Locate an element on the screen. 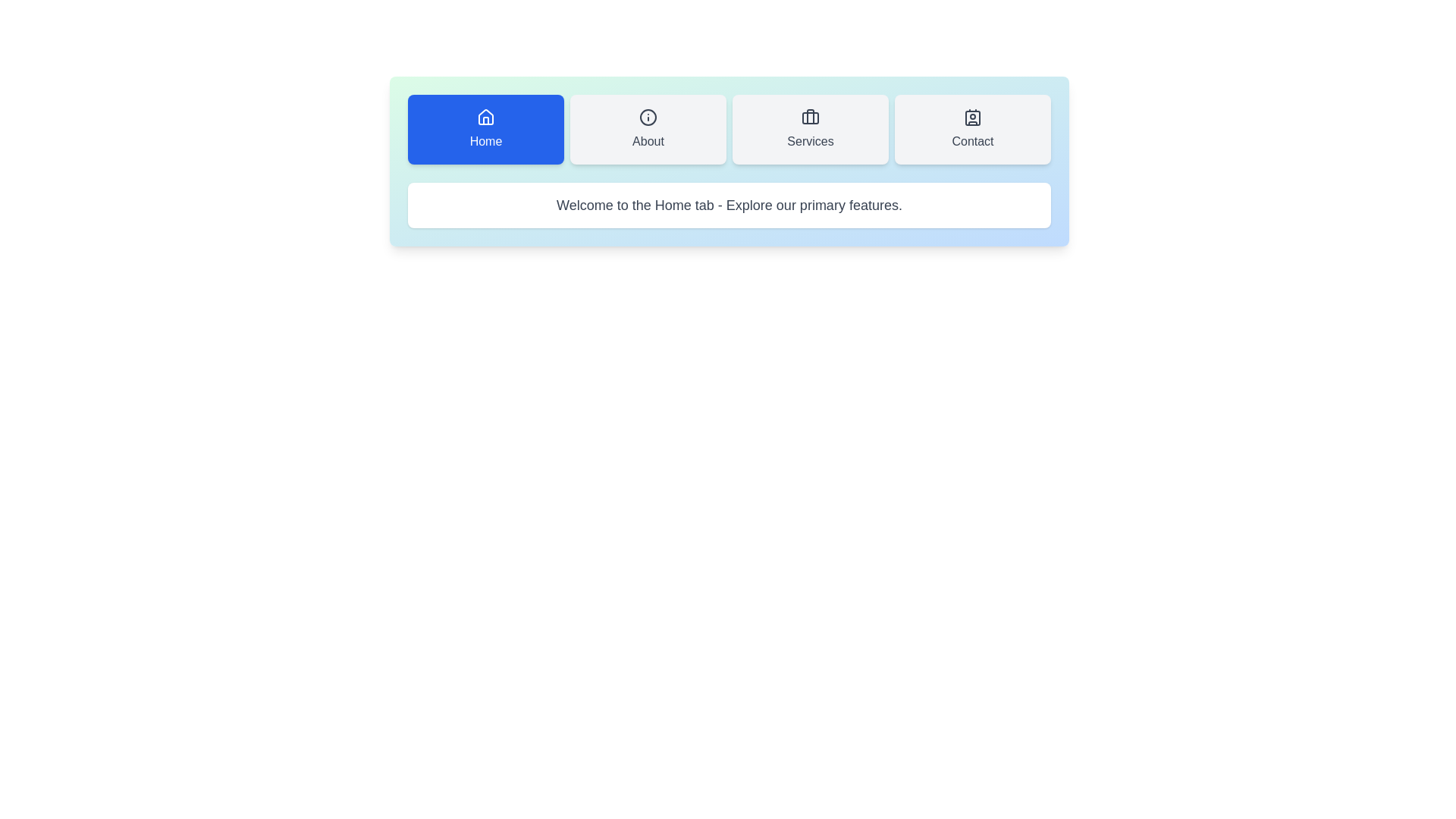  the blue and white house icon located above the 'Home' text in the top-left corner of the UI, specifically inside the 'Home' button is located at coordinates (486, 116).